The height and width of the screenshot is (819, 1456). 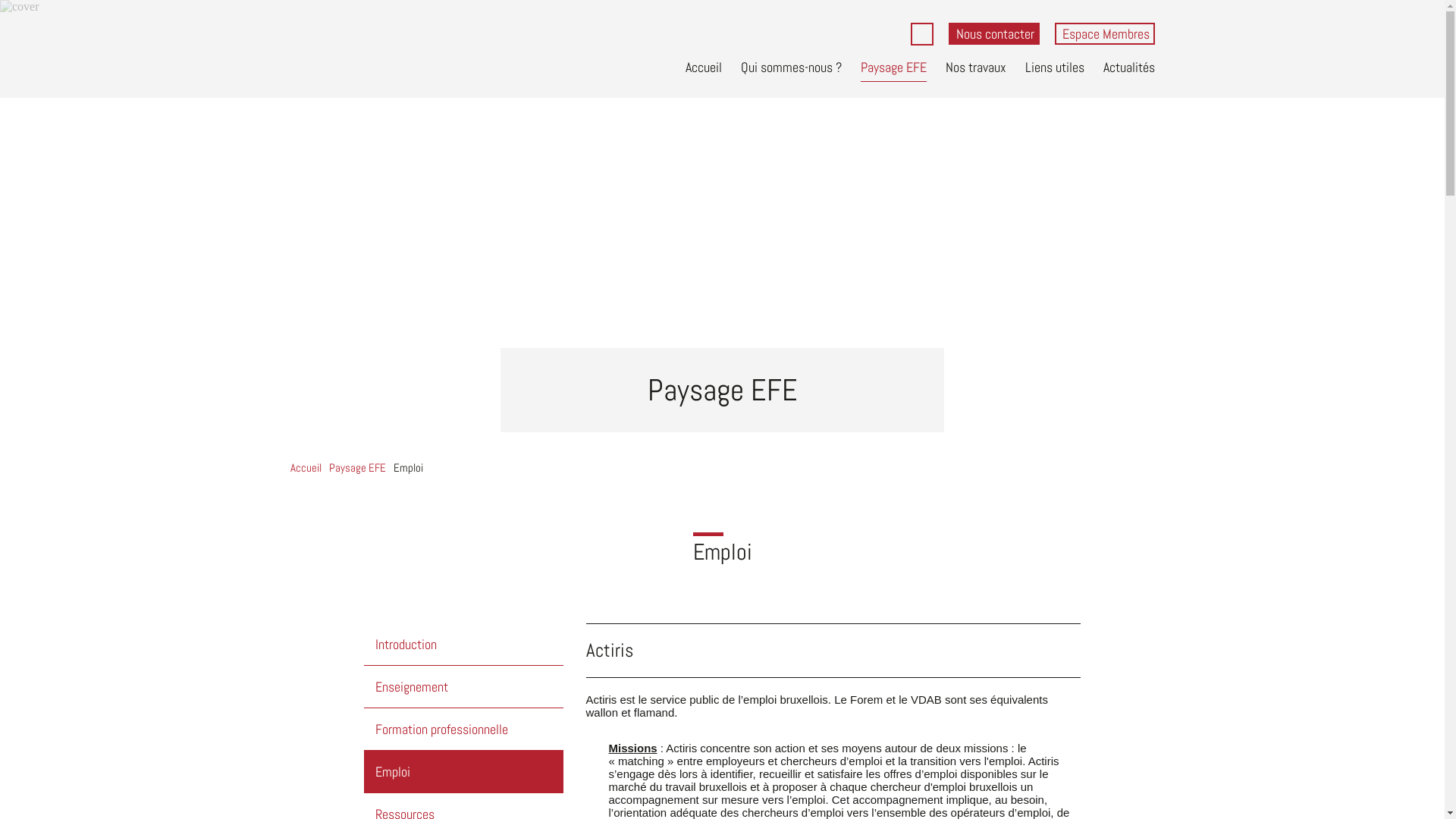 What do you see at coordinates (789, 62) in the screenshot?
I see `'Qui sommes-nous ?'` at bounding box center [789, 62].